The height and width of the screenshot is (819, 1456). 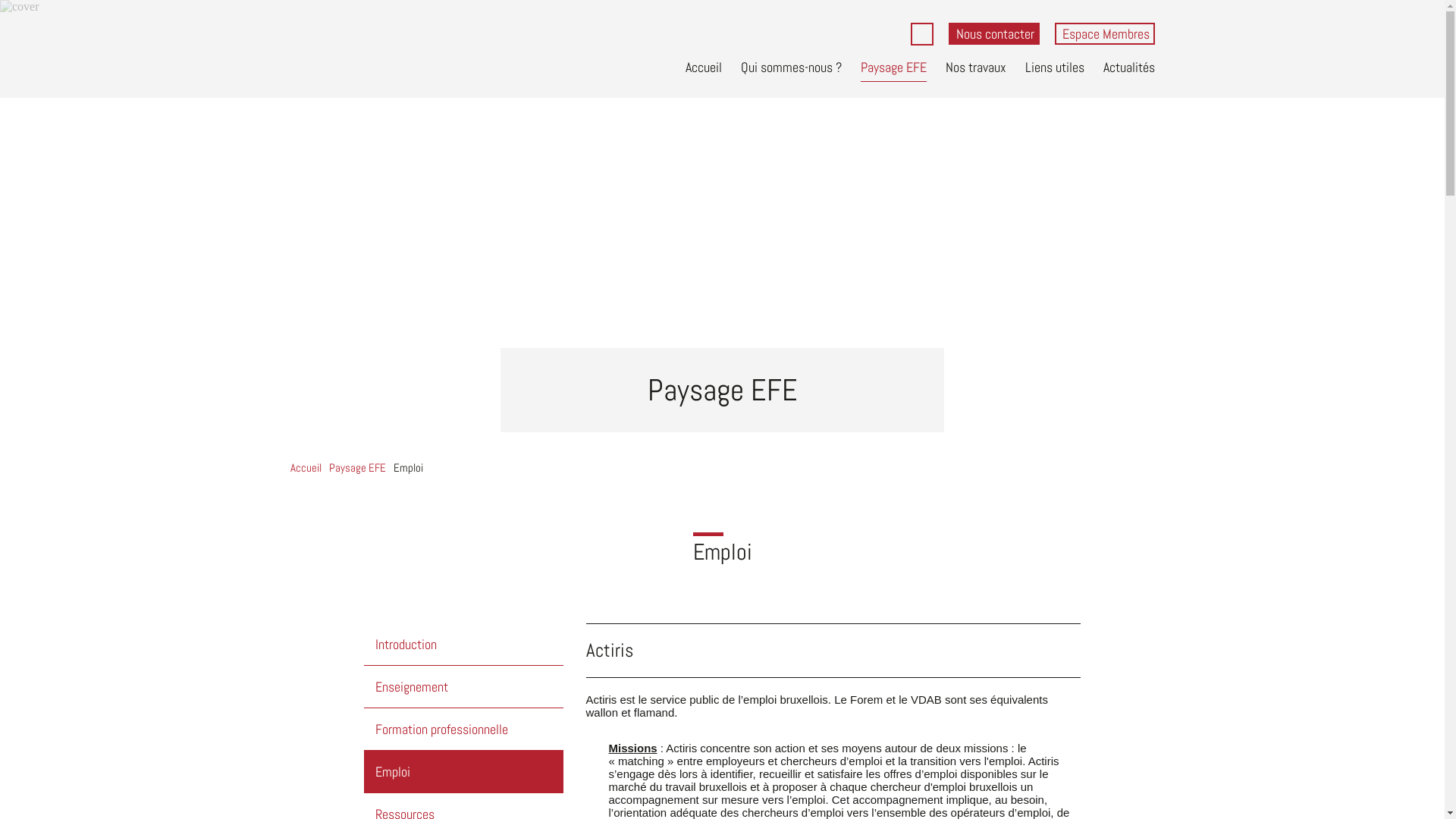 What do you see at coordinates (789, 62) in the screenshot?
I see `'Qui sommes-nous ?'` at bounding box center [789, 62].